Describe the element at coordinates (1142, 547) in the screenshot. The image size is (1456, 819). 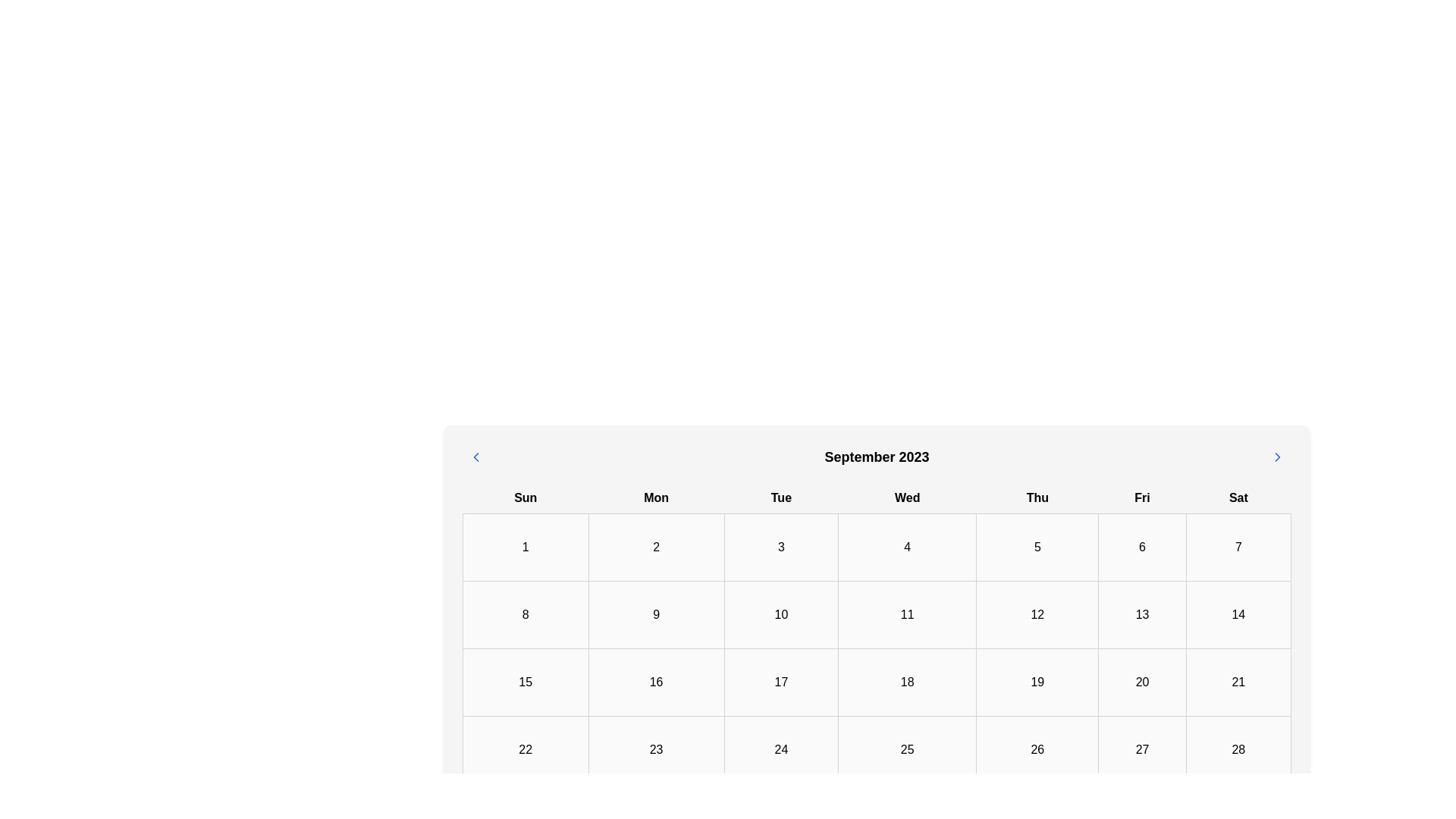
I see `the square button labeled '6' in the September 2023 calendar interface` at that location.